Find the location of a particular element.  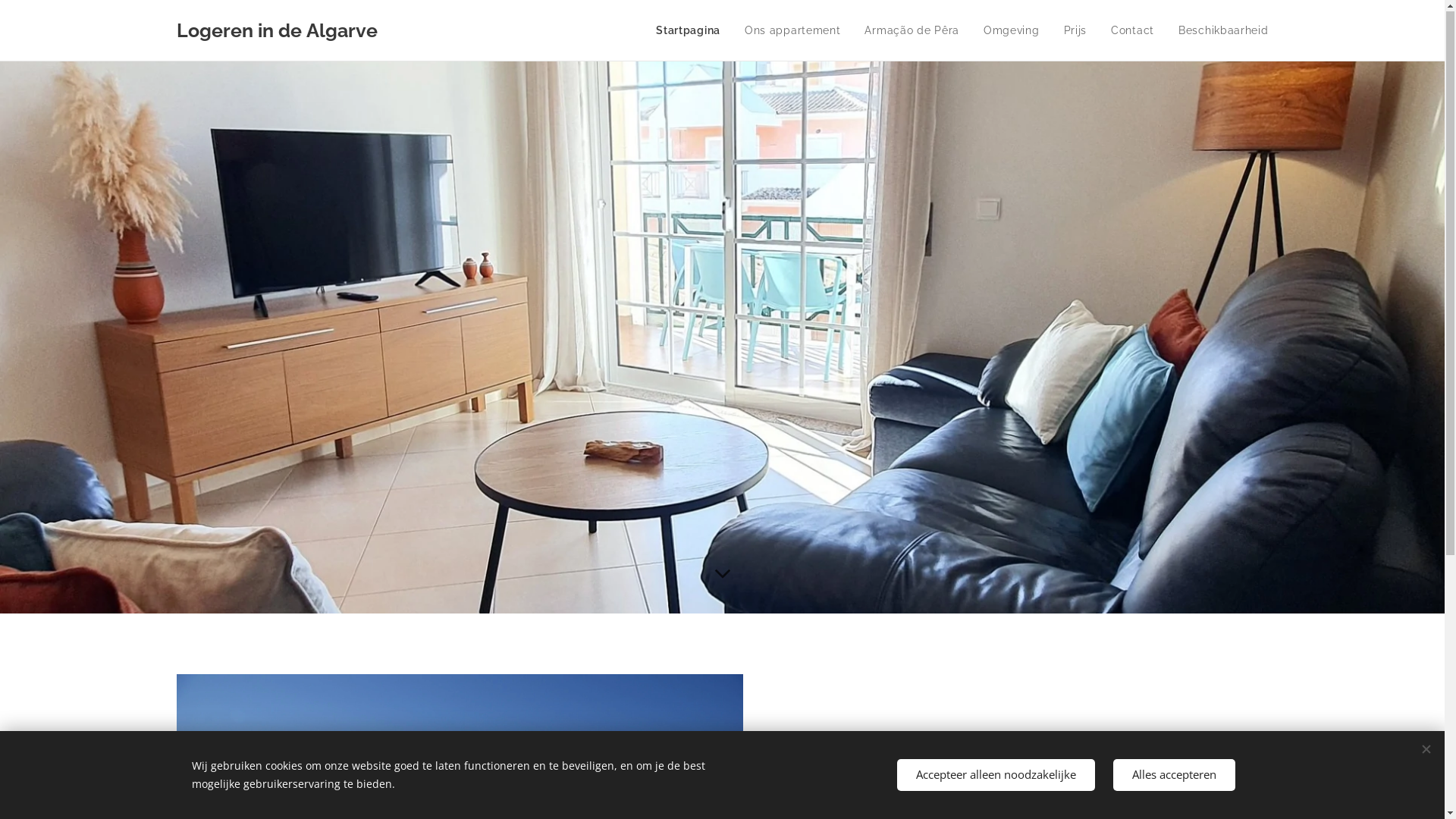

'Omgeving' is located at coordinates (1012, 31).